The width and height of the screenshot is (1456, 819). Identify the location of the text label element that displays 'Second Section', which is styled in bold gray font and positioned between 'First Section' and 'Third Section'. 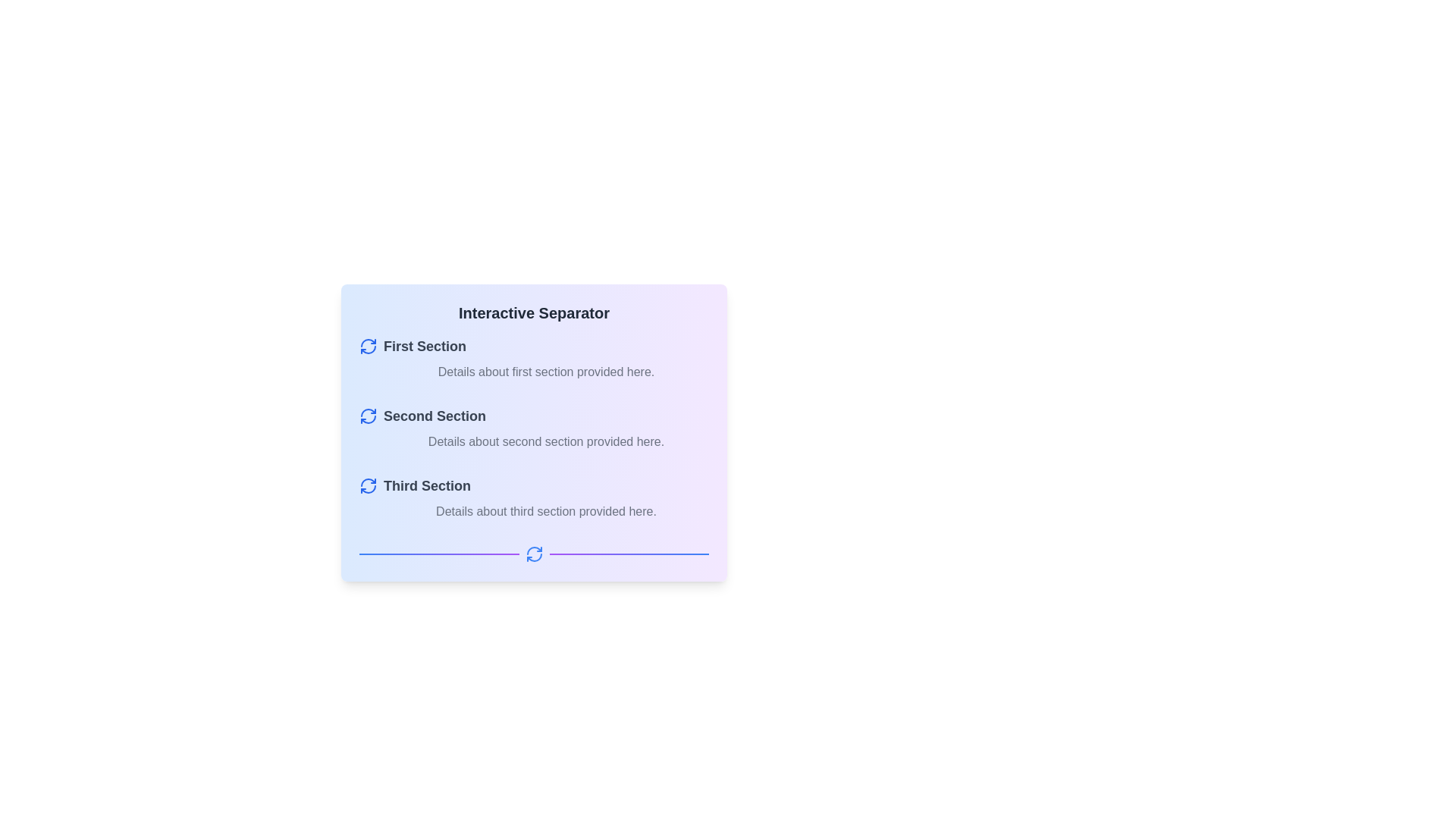
(434, 416).